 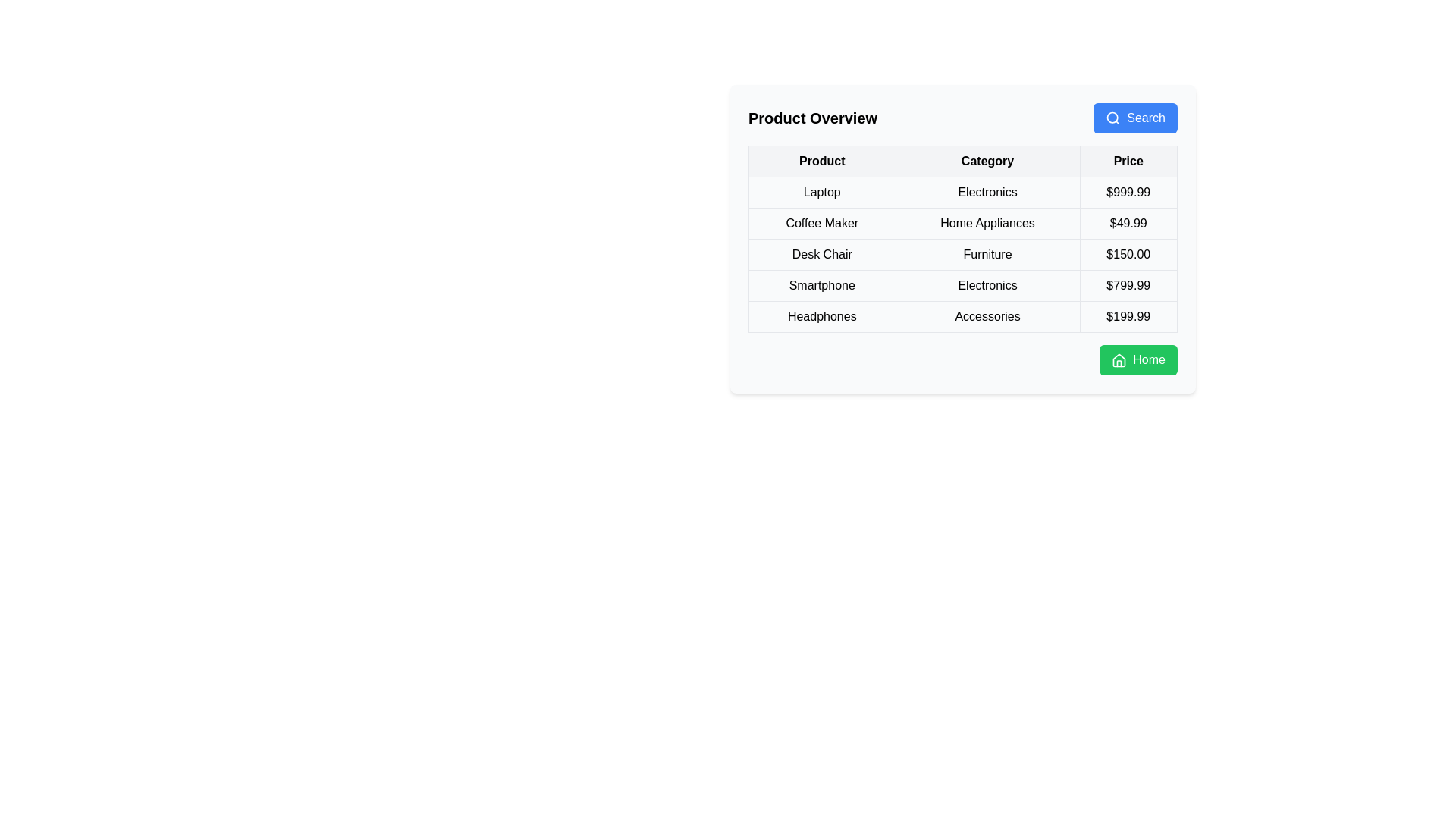 What do you see at coordinates (1135, 117) in the screenshot?
I see `the search button located at the top-right corner of the 'Product Overview' card, which features a magnifying glass icon and text to initiate a search action` at bounding box center [1135, 117].